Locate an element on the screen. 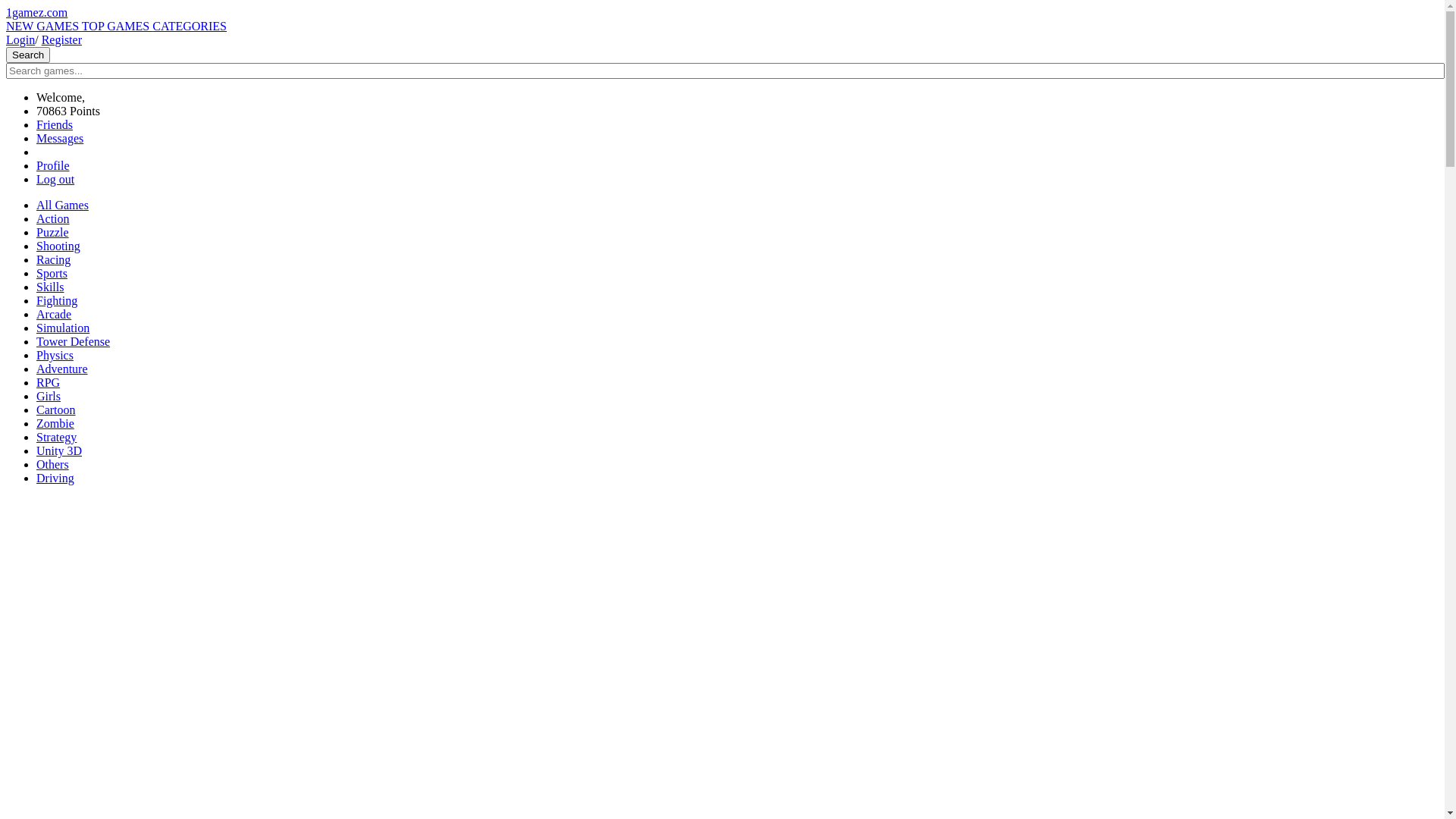 The image size is (1456, 819). 'Login/ Register' is located at coordinates (43, 39).